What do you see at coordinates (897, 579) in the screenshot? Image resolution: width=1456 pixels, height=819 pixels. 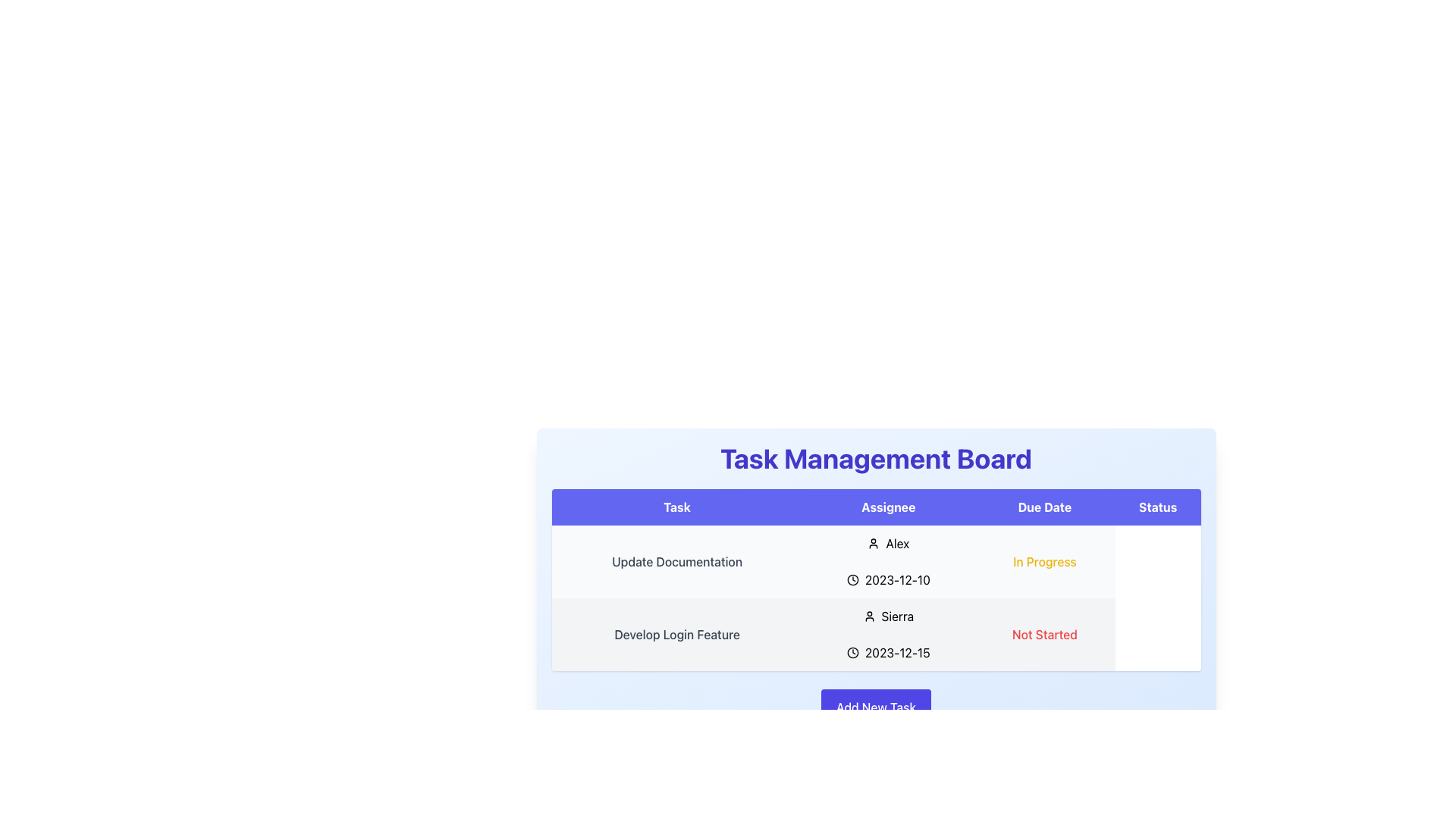 I see `due date displayed in the text label for the task 'Update Documentation' assigned to 'Alex', located in the 'Due Date' column of the task management board interface` at bounding box center [897, 579].